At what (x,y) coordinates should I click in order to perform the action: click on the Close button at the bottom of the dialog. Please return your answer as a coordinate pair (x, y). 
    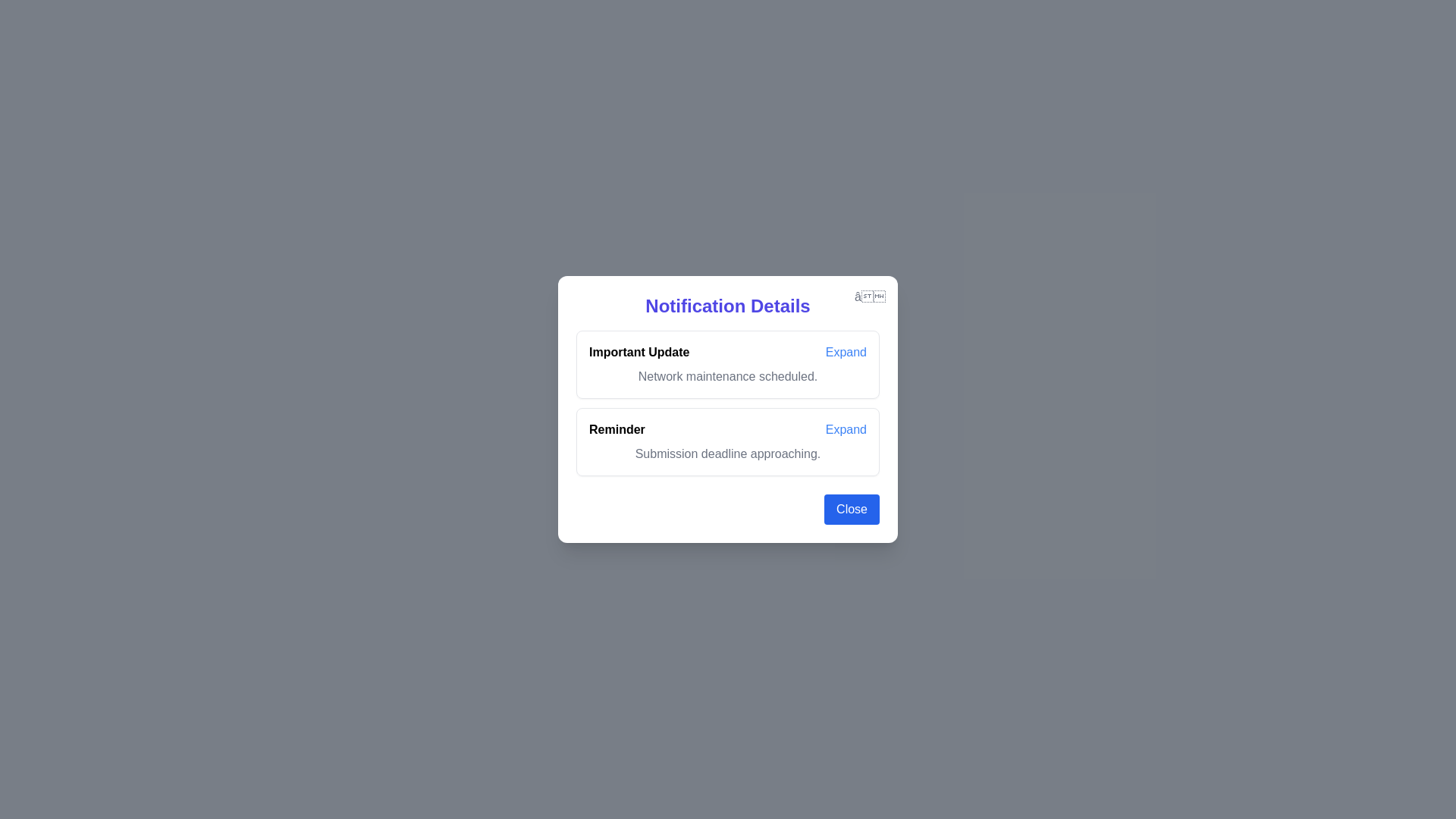
    Looking at the image, I should click on (852, 509).